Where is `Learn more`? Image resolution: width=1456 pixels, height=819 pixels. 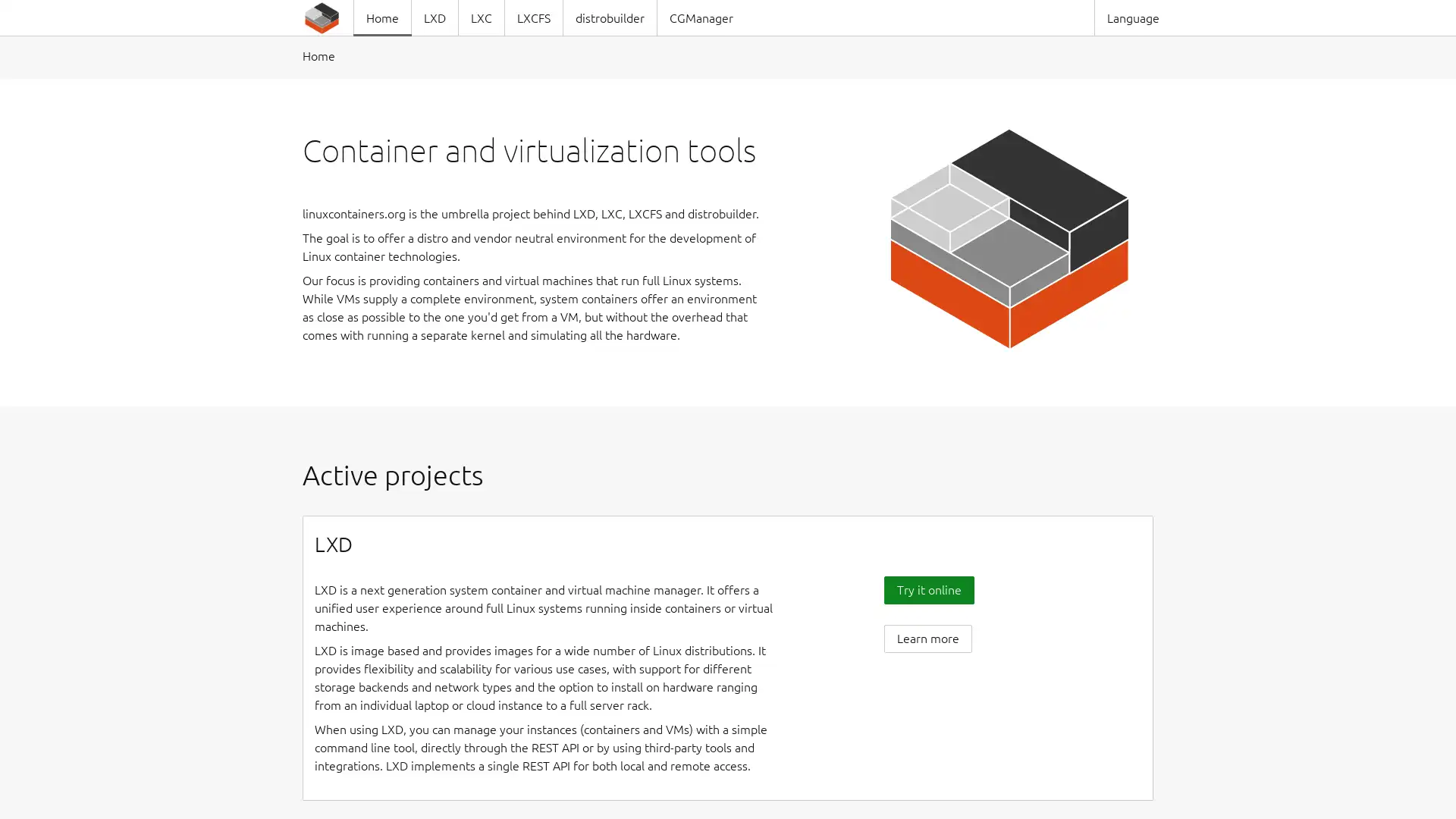 Learn more is located at coordinates (927, 638).